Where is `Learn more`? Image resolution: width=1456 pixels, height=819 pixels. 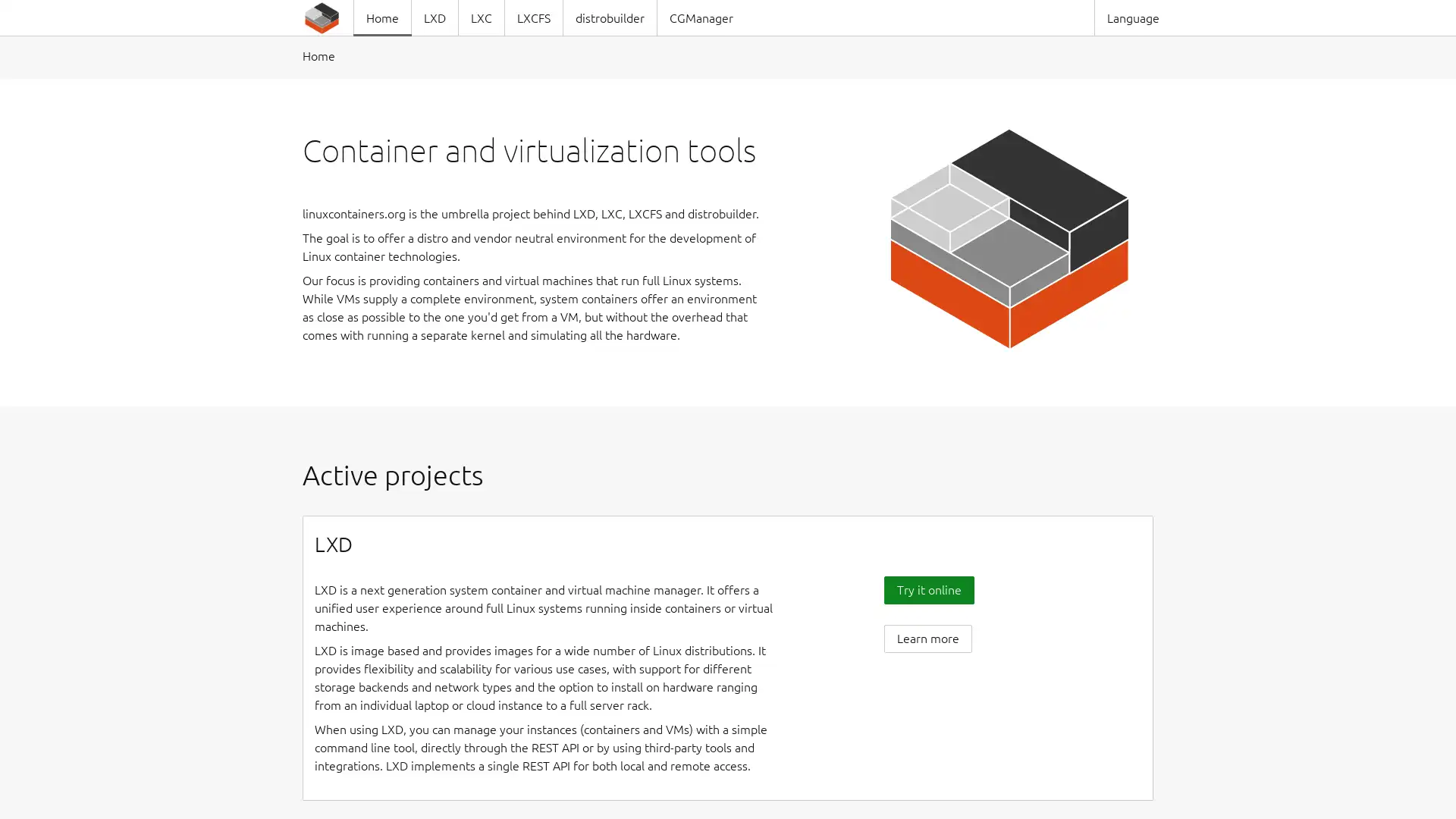 Learn more is located at coordinates (927, 638).